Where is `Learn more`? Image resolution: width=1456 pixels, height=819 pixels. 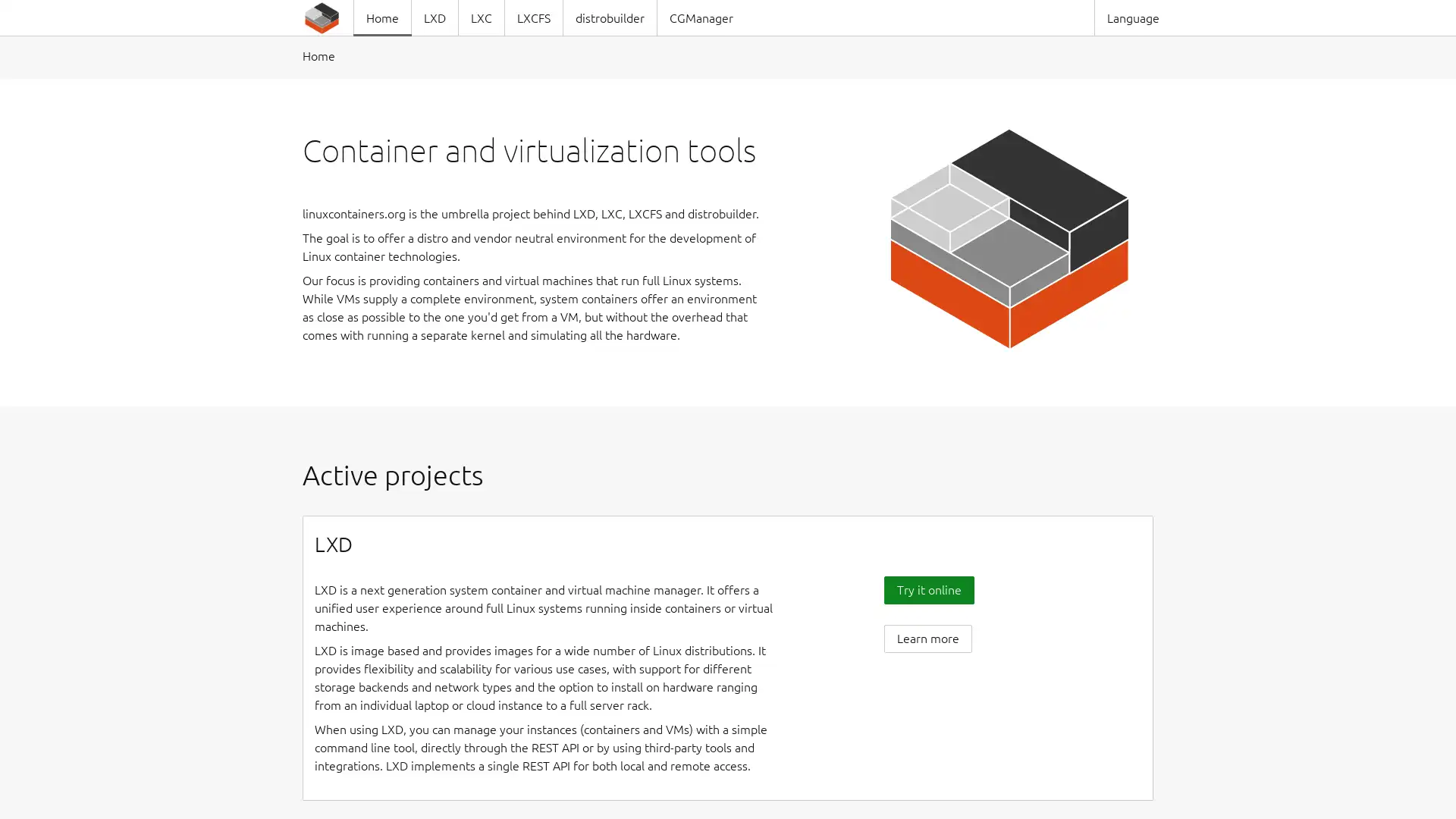 Learn more is located at coordinates (927, 638).